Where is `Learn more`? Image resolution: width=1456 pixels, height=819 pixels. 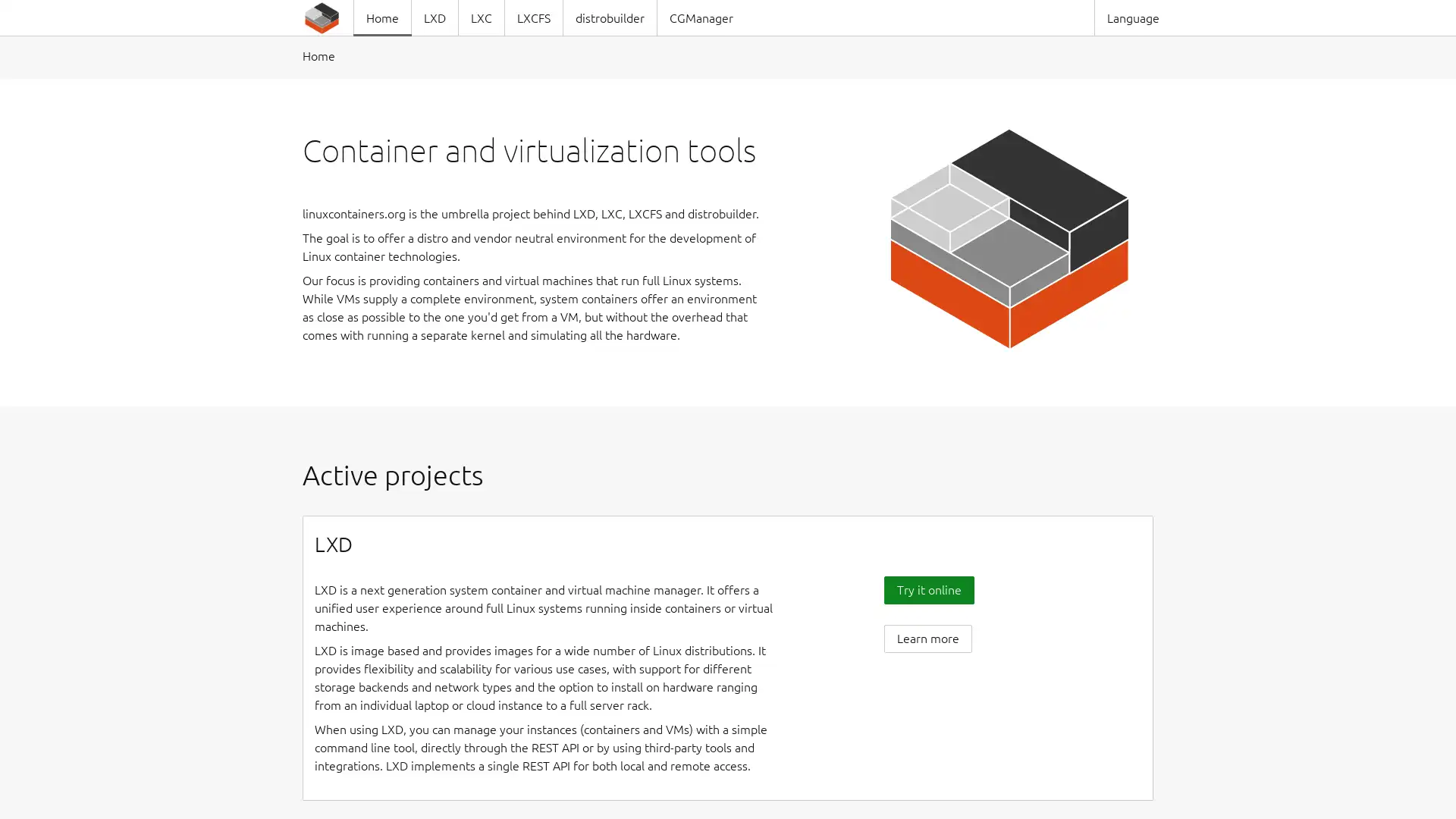 Learn more is located at coordinates (927, 638).